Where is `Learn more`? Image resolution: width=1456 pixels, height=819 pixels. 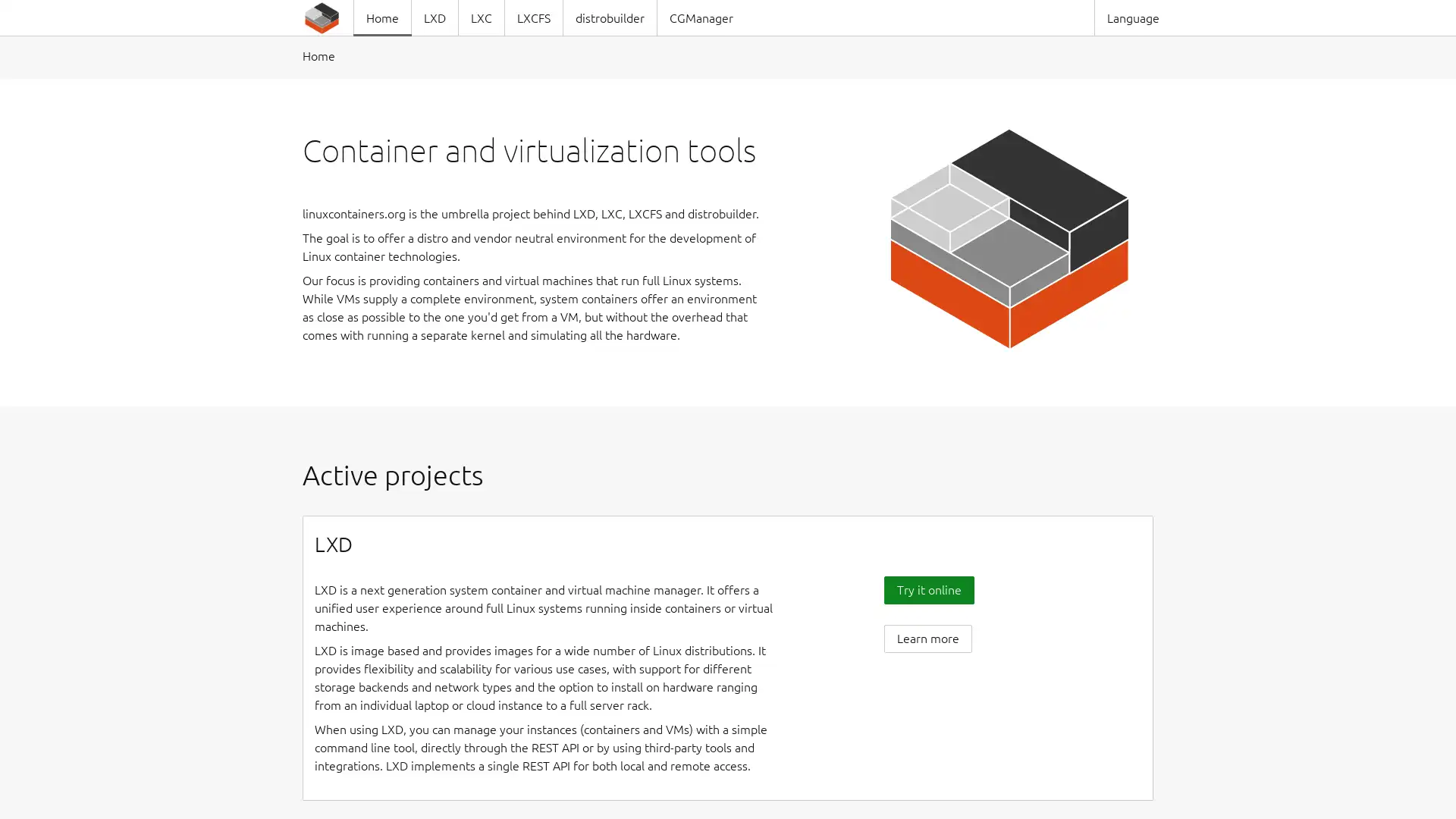 Learn more is located at coordinates (927, 638).